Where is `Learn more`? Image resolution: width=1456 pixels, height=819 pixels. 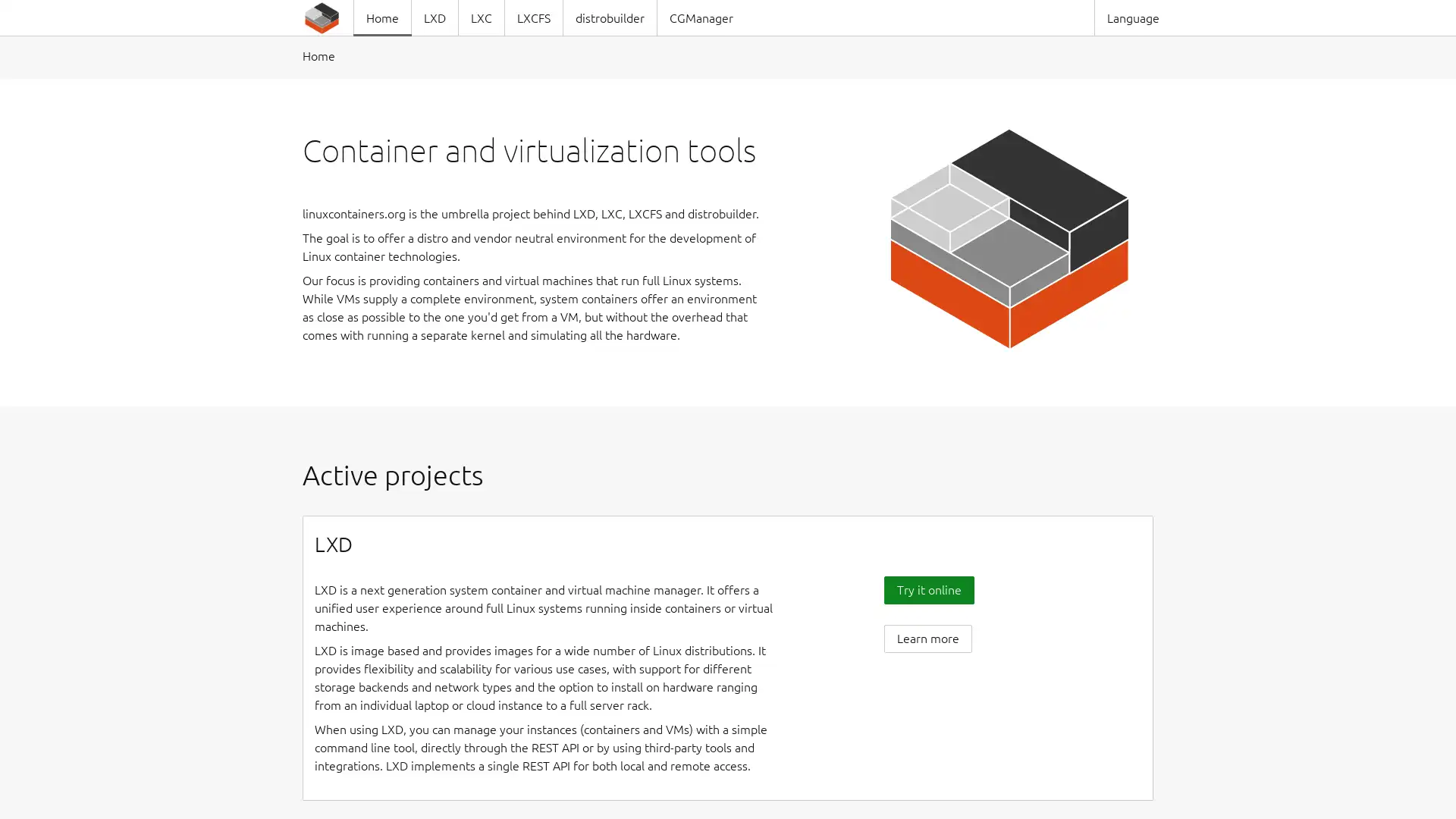 Learn more is located at coordinates (927, 638).